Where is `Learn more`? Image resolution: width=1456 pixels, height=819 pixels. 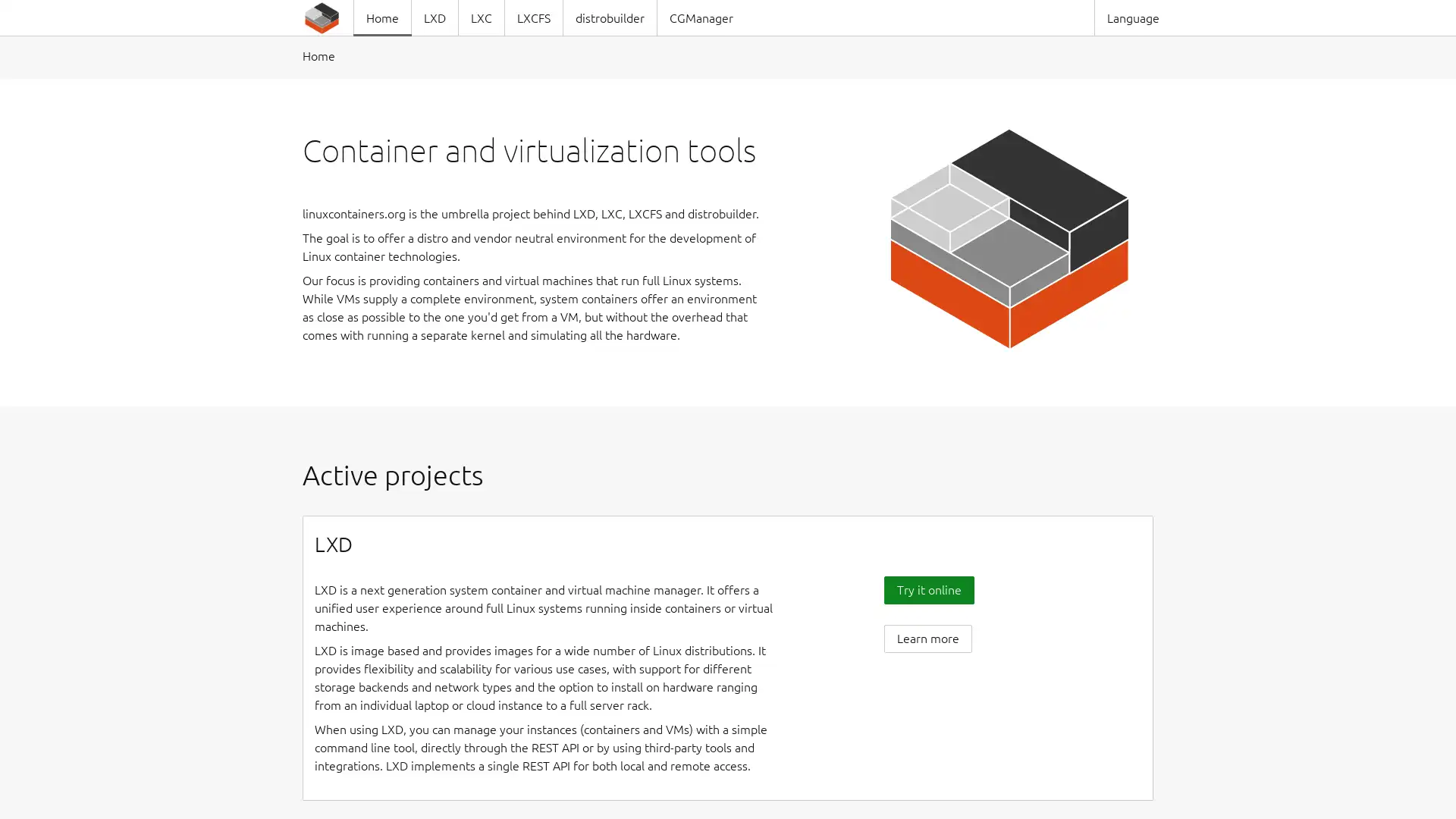 Learn more is located at coordinates (927, 638).